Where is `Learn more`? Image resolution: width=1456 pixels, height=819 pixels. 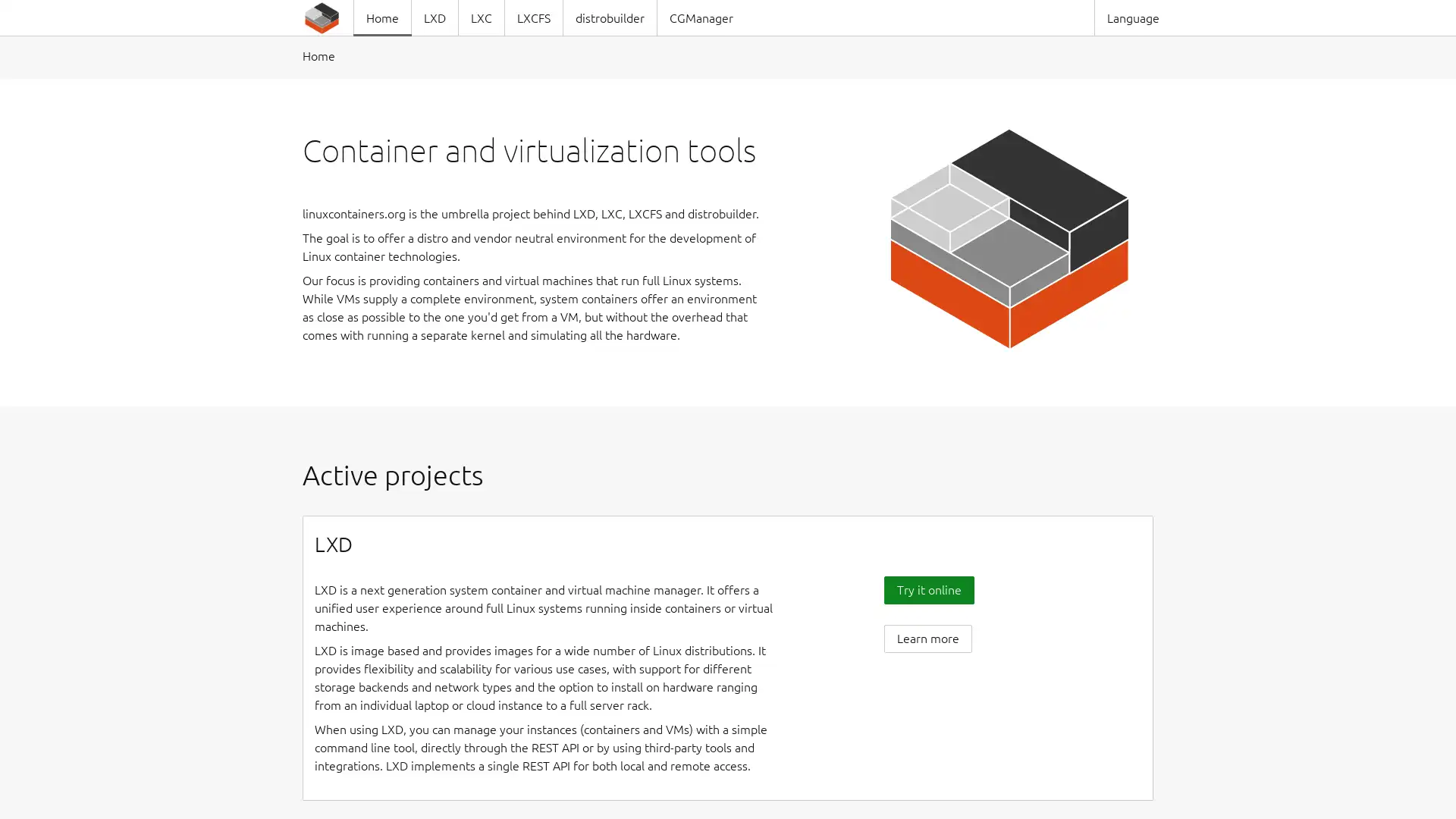 Learn more is located at coordinates (927, 638).